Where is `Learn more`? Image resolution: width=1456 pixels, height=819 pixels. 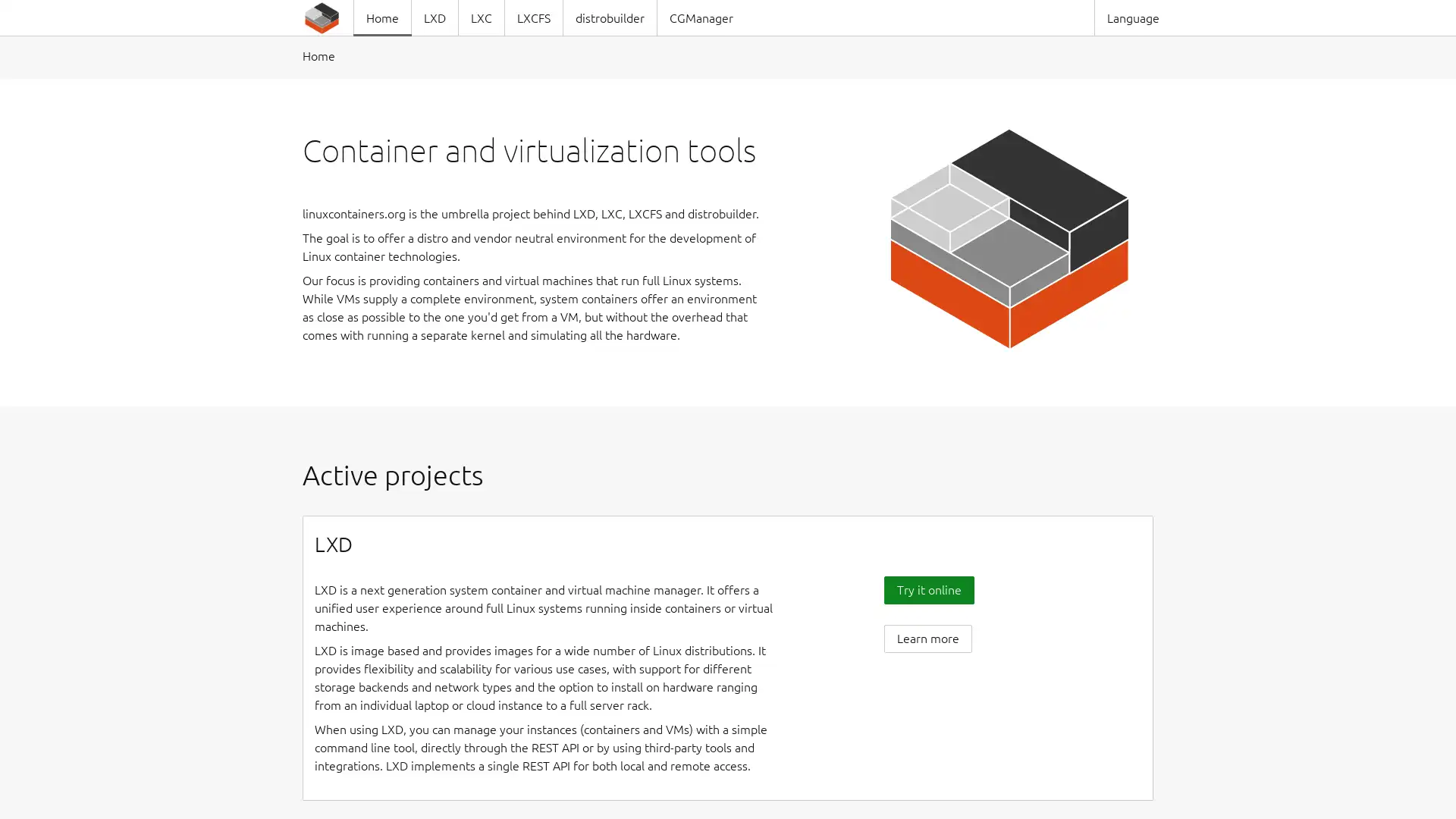 Learn more is located at coordinates (927, 638).